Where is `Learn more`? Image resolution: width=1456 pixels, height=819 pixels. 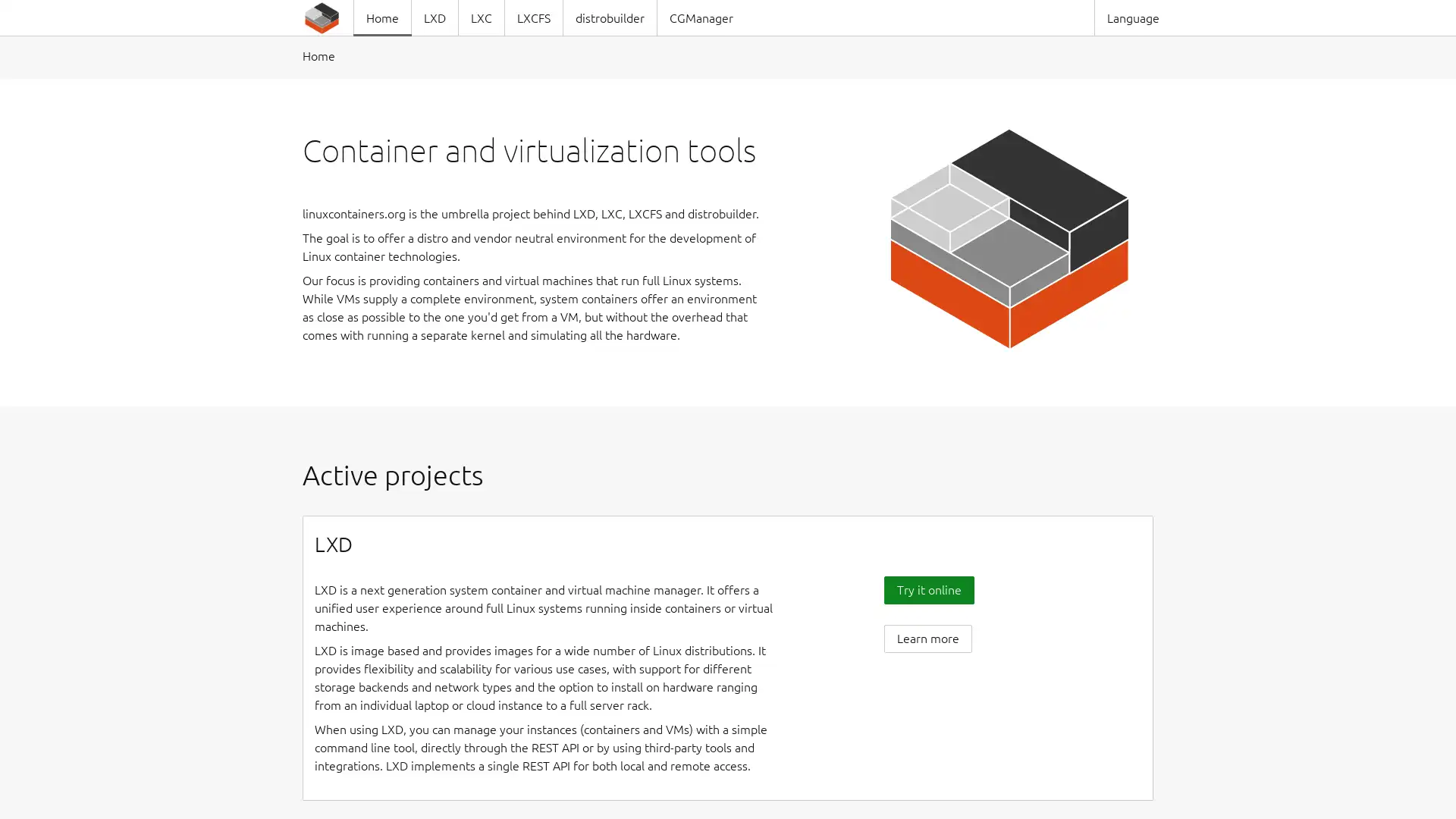 Learn more is located at coordinates (927, 638).